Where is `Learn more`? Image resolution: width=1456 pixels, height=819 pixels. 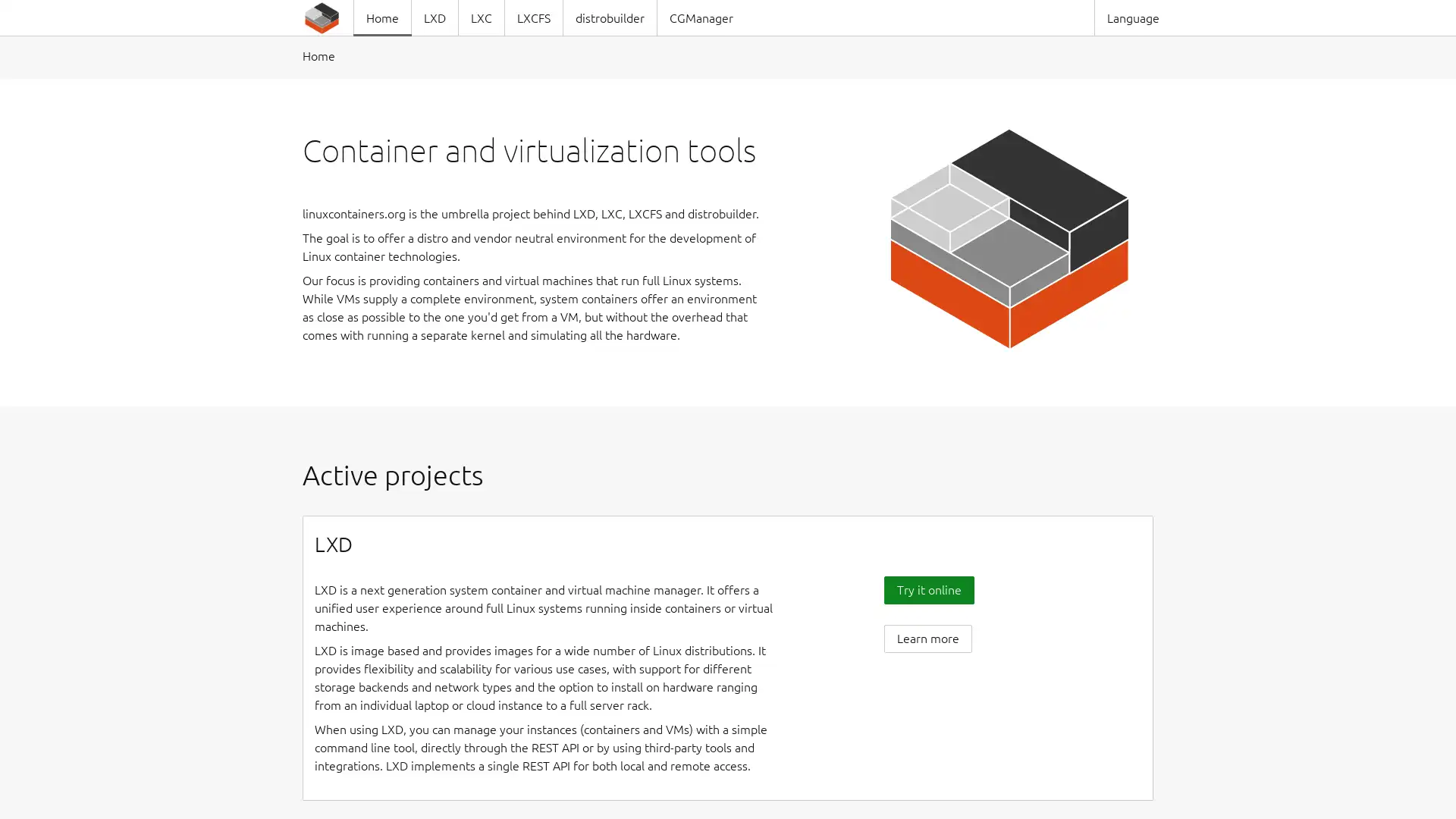 Learn more is located at coordinates (927, 638).